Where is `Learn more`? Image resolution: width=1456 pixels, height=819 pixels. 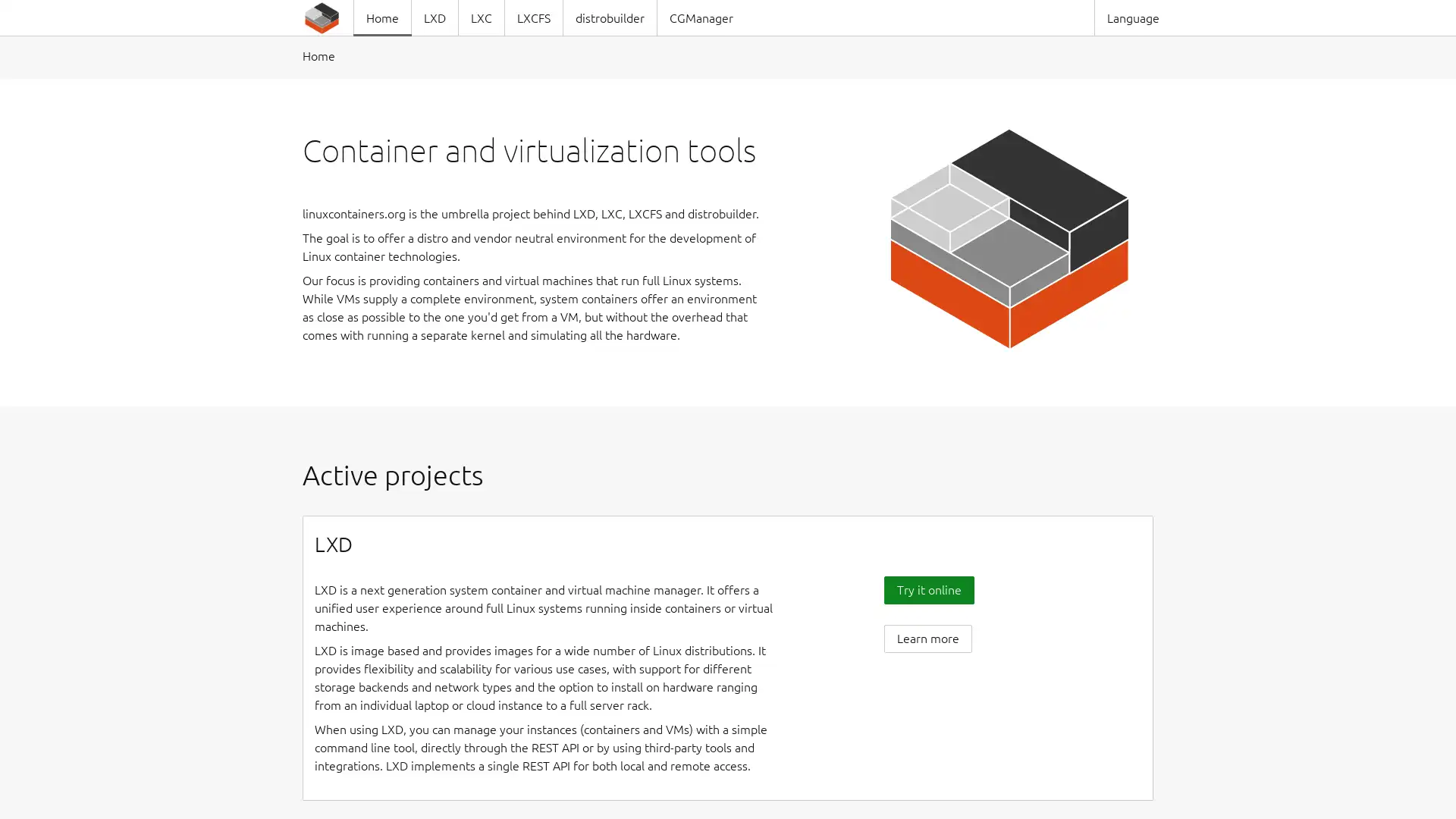 Learn more is located at coordinates (927, 638).